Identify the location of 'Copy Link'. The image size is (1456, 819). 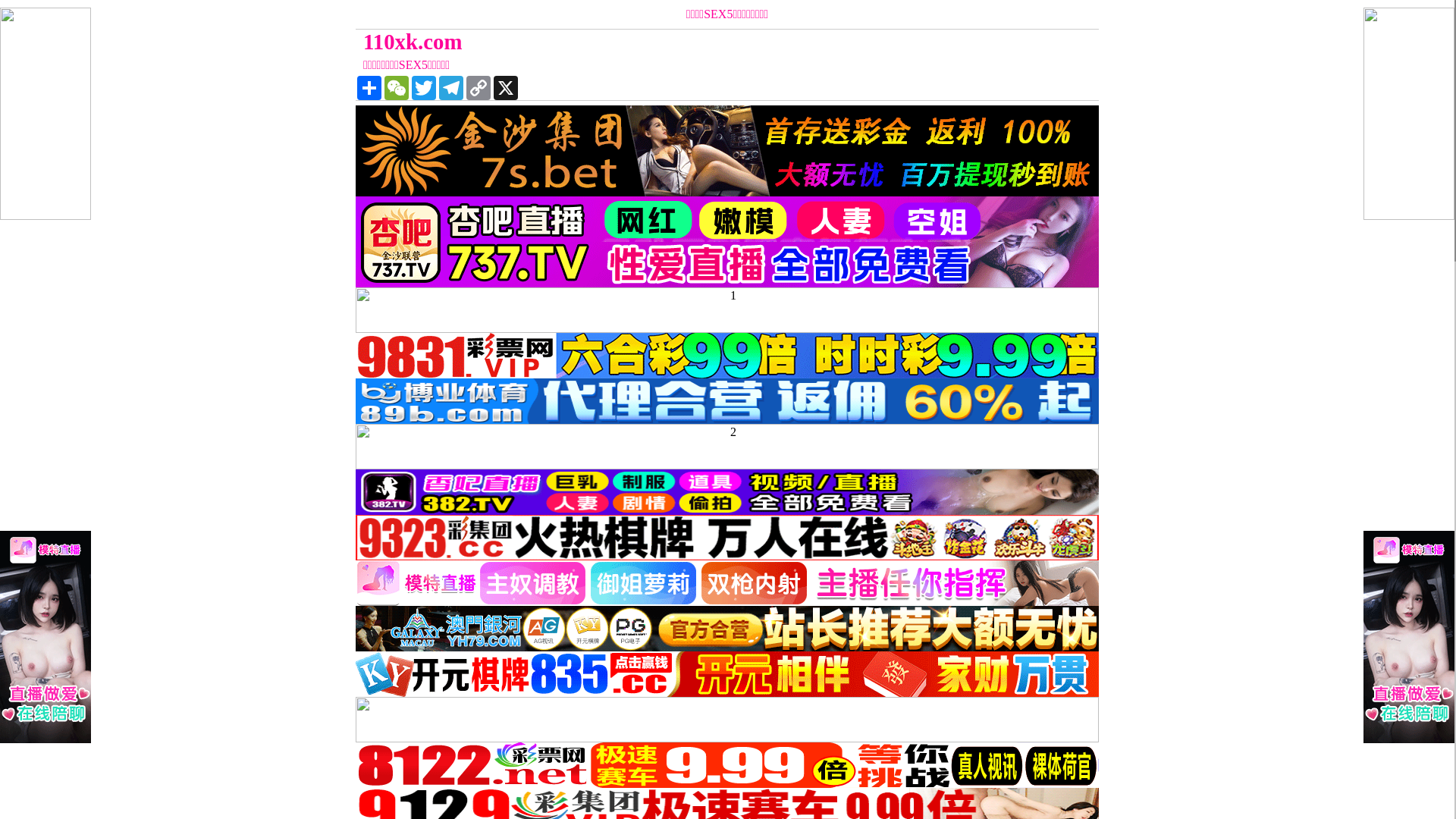
(477, 87).